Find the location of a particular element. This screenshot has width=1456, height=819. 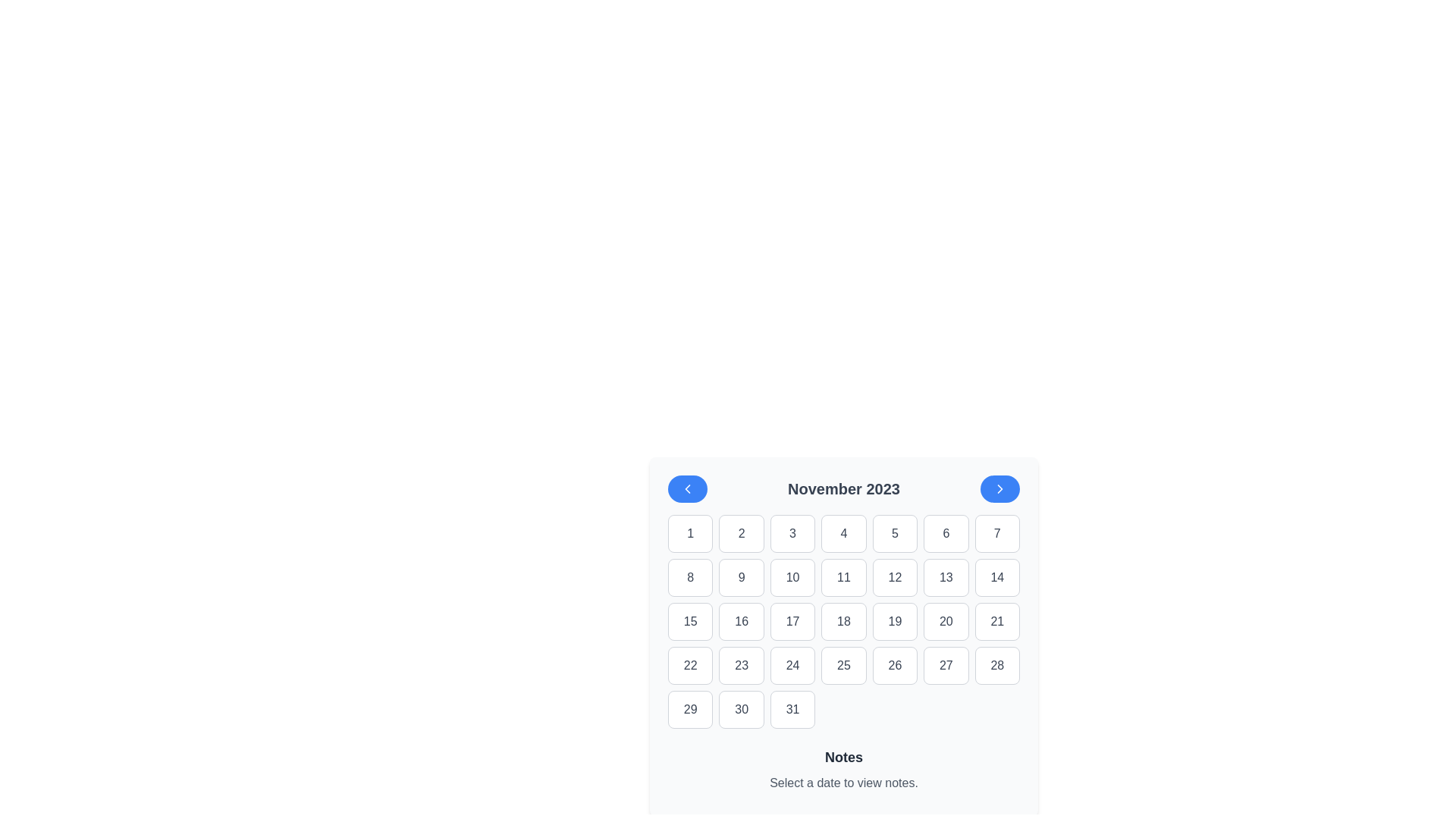

the text label 'November 2023' prominently displayed at the top center of the calendar widget is located at coordinates (843, 488).